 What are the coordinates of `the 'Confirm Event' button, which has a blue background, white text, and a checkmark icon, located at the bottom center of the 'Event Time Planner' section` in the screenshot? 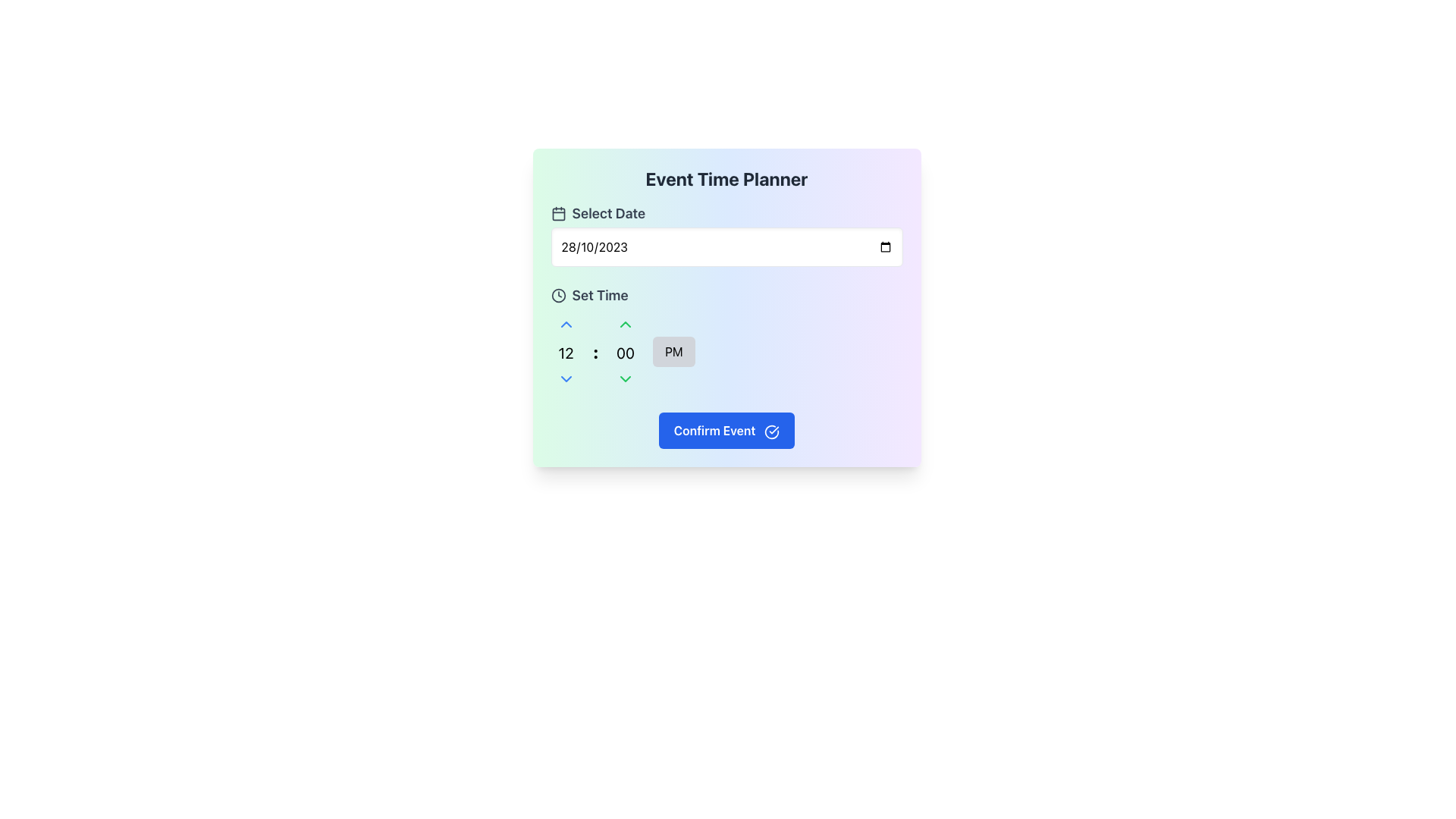 It's located at (726, 430).